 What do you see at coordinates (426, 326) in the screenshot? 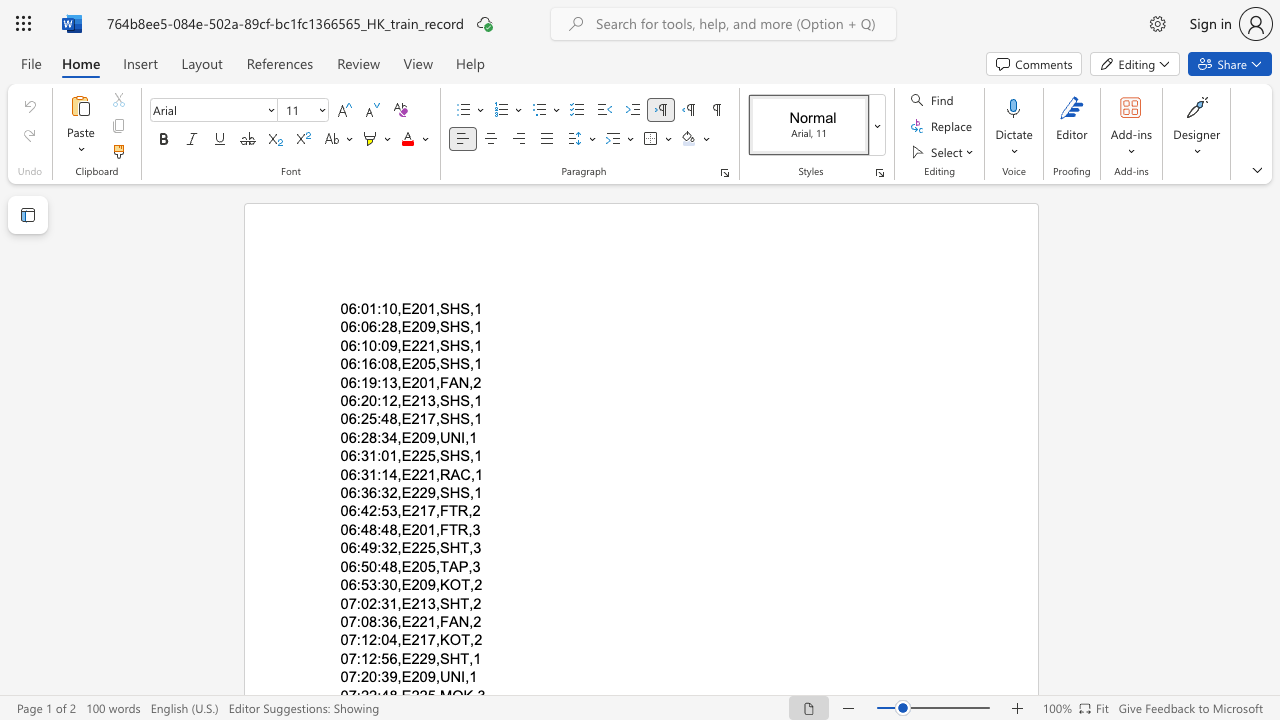
I see `the subset text "9,SHS" within the text "06:06:28,E209,SHS,1"` at bounding box center [426, 326].